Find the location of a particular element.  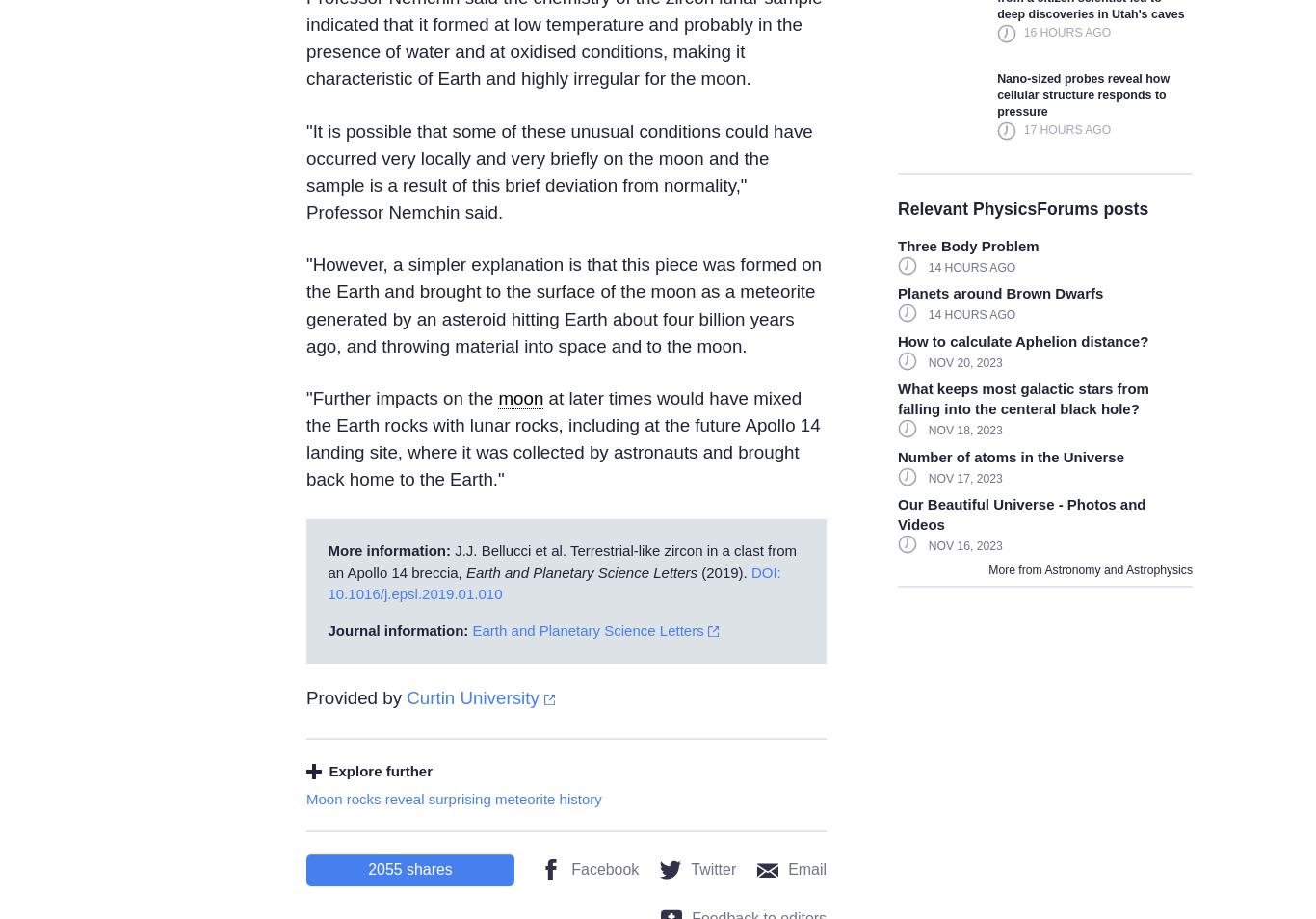

'Nano-sized probes reveal how cellular structure responds to pressure' is located at coordinates (996, 93).